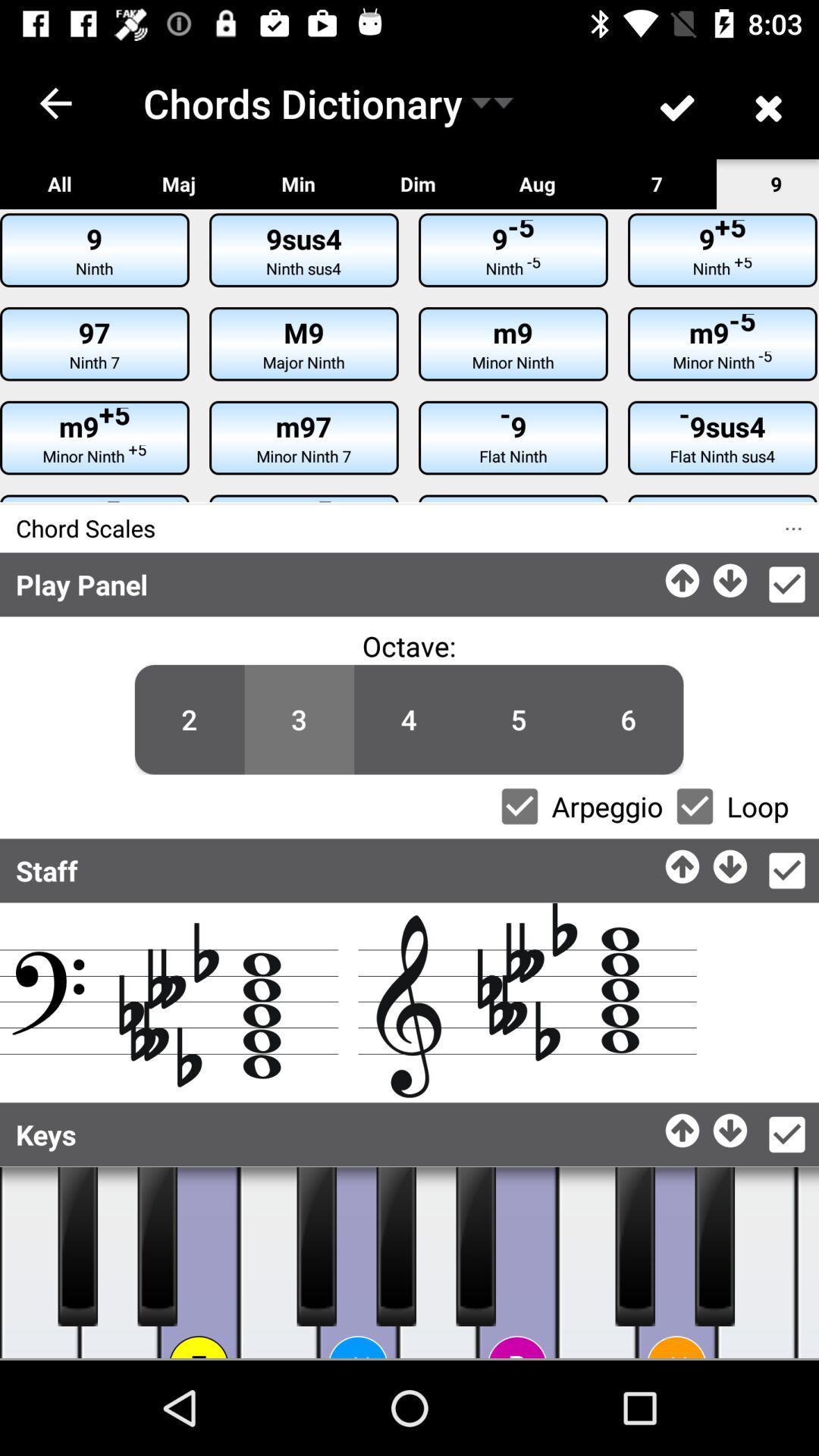  I want to click on the piano, so click(475, 1246).